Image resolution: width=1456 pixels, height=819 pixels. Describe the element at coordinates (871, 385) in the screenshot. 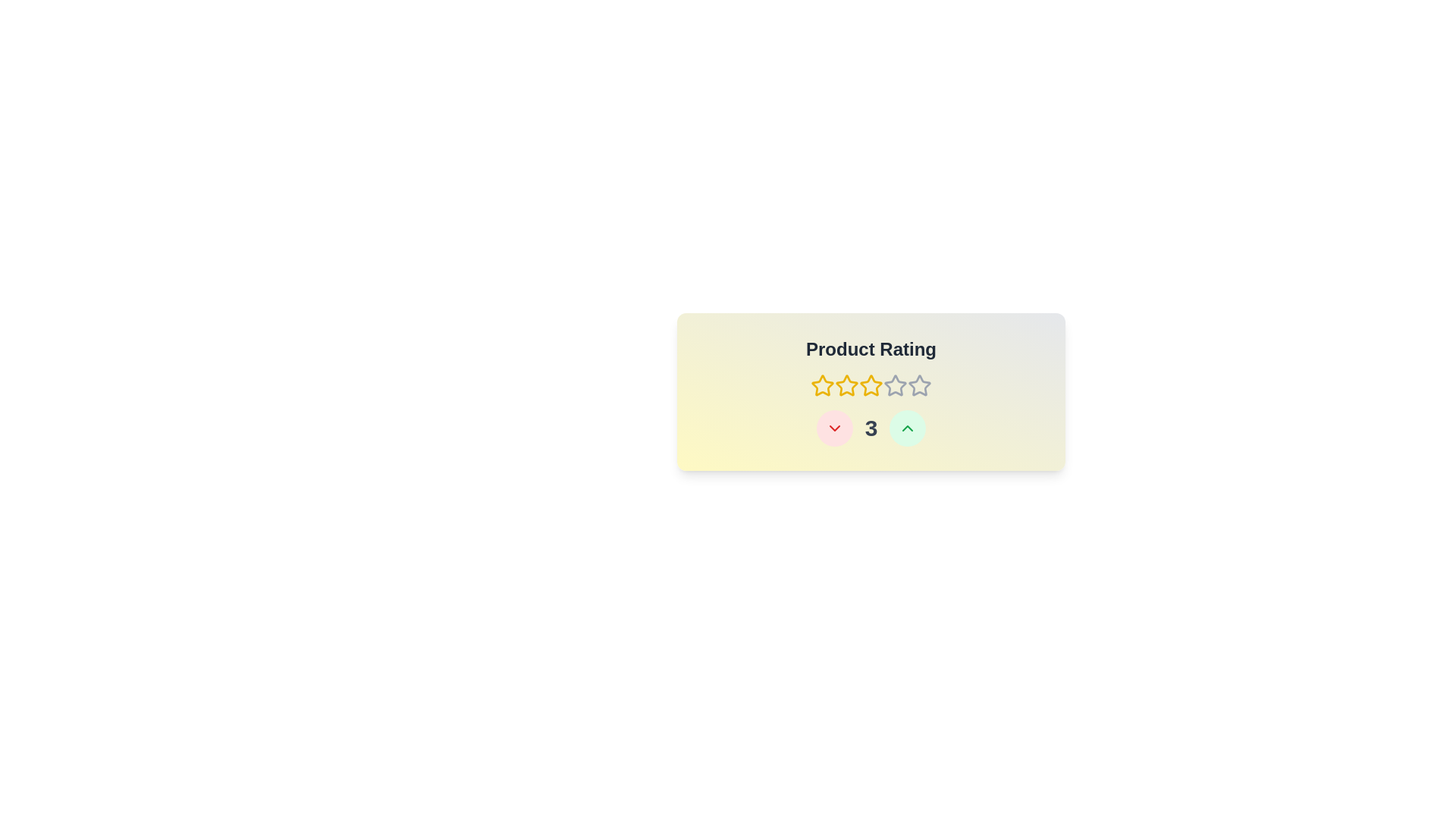

I see `the third star in the 3-star rating icon located in the 'Product Rating' section` at that location.